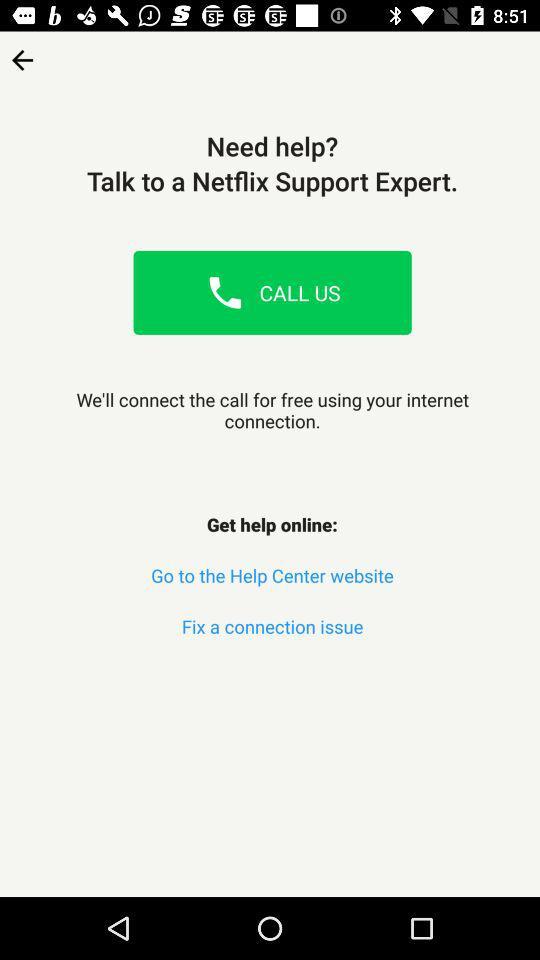 Image resolution: width=540 pixels, height=960 pixels. I want to click on the go to the item, so click(271, 575).